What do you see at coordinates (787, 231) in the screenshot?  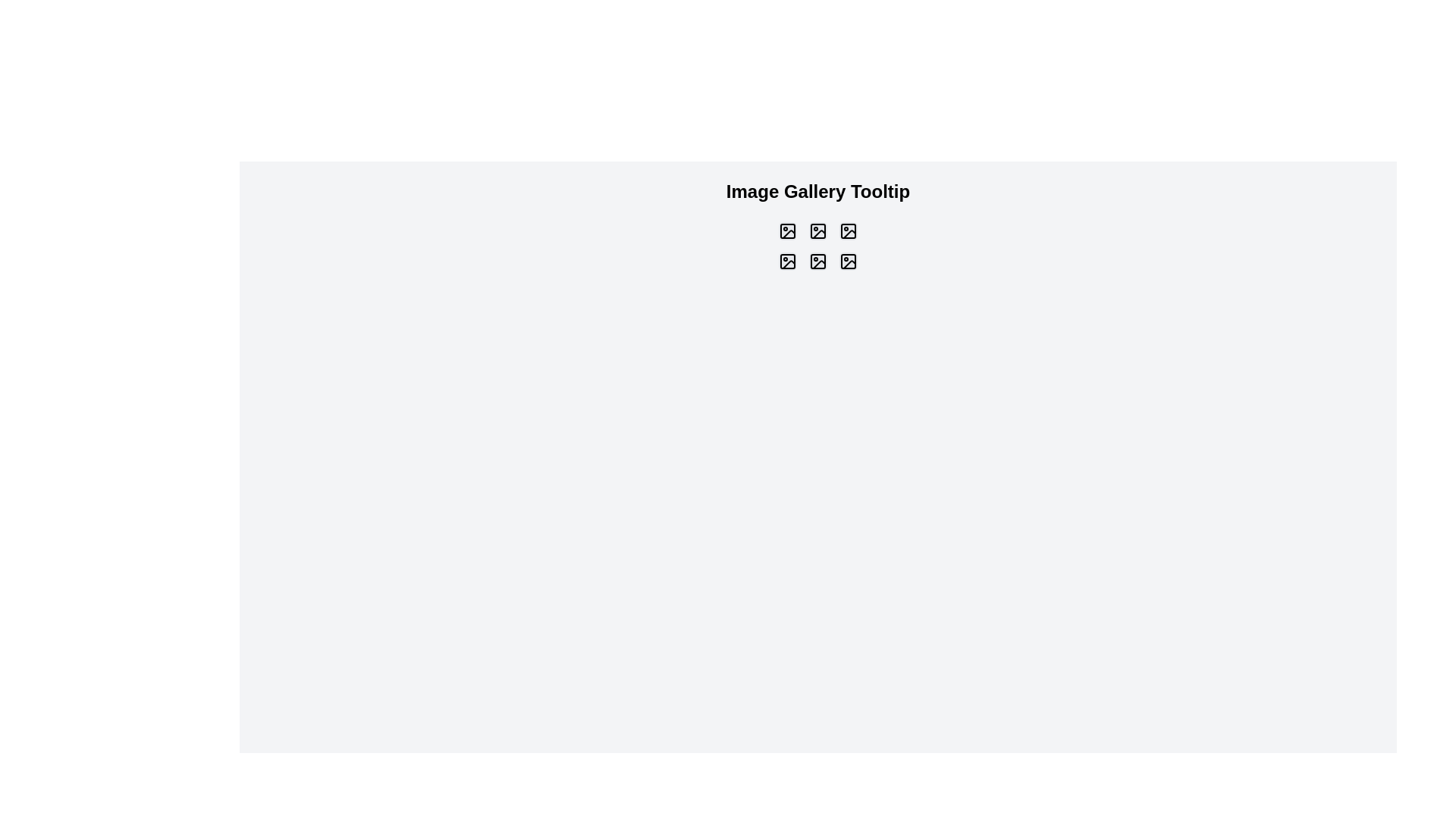 I see `the image icon` at bounding box center [787, 231].